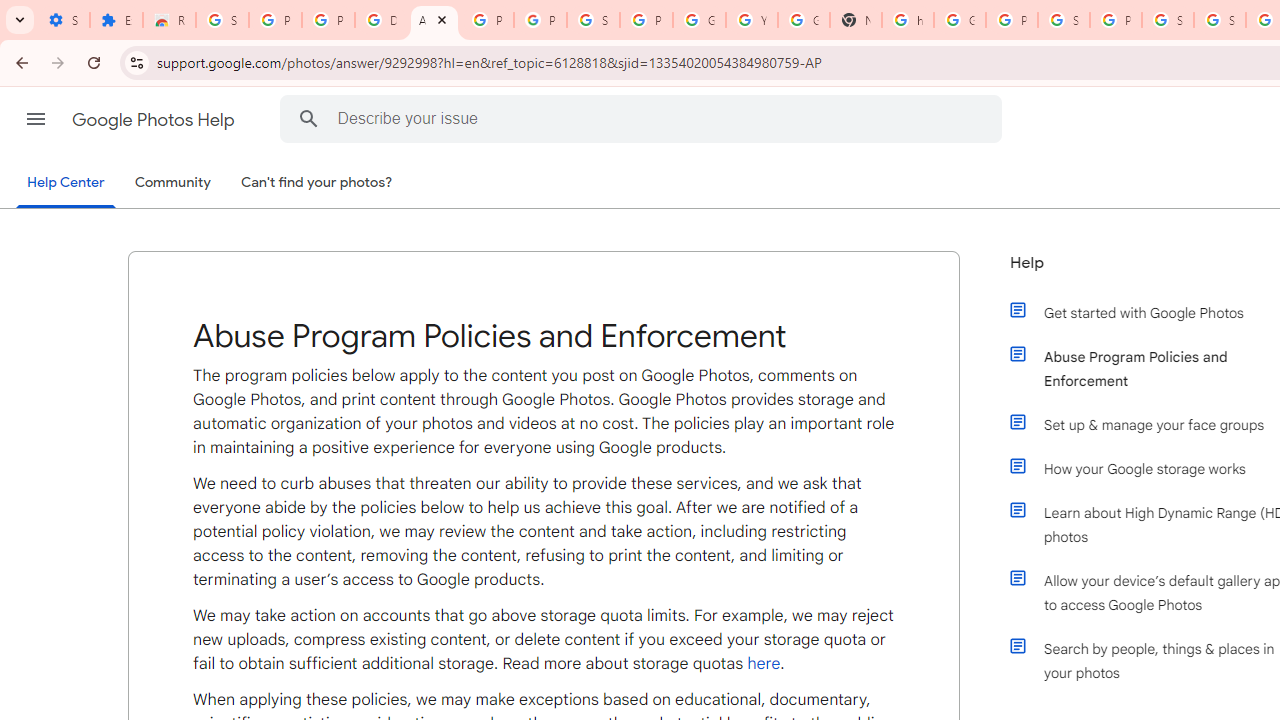 This screenshot has width=1280, height=720. What do you see at coordinates (63, 20) in the screenshot?
I see `'Settings - On startup'` at bounding box center [63, 20].